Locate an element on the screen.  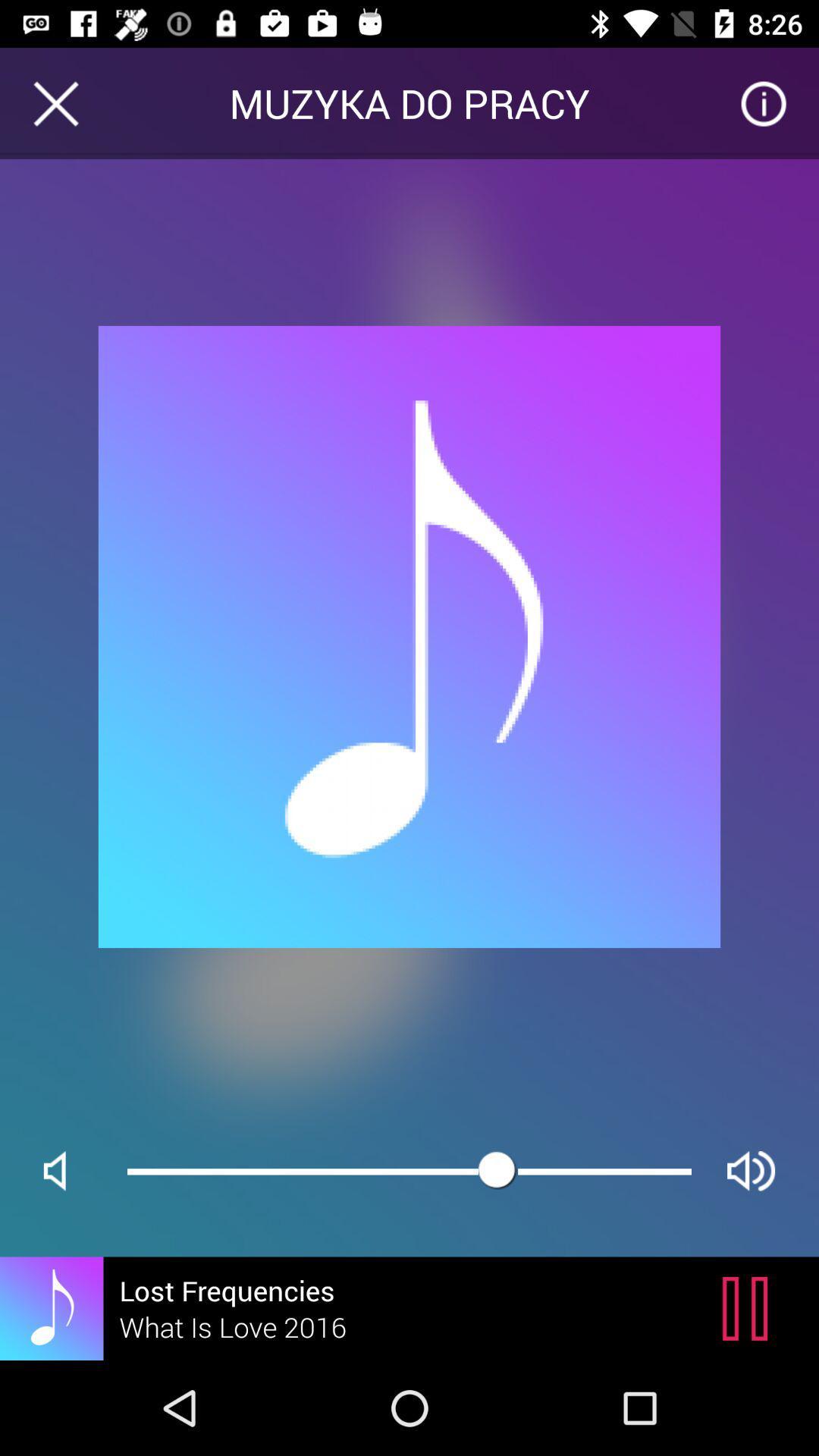
the volume icon is located at coordinates (67, 1170).